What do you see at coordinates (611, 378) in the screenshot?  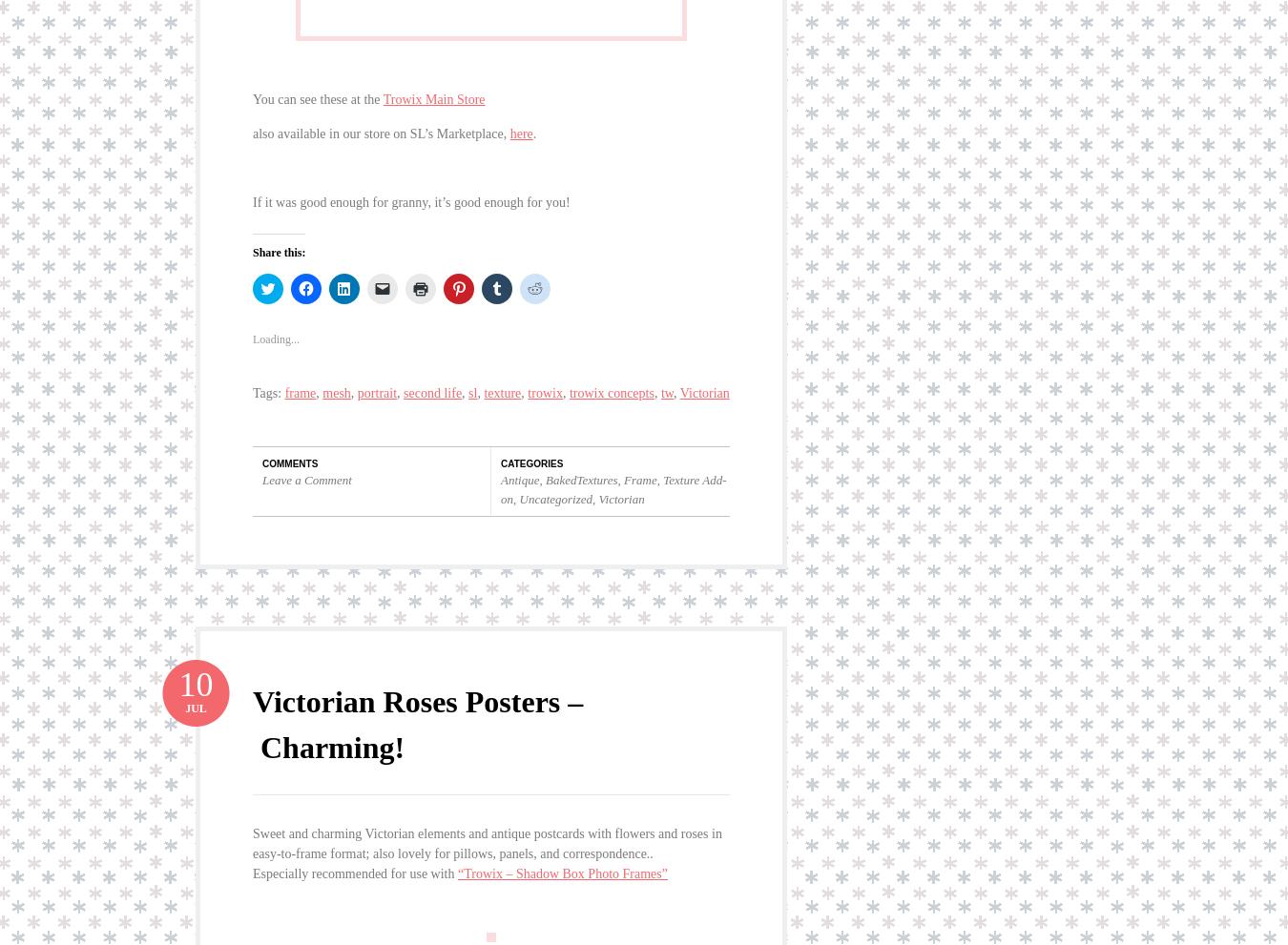 I see `'trowix concepts'` at bounding box center [611, 378].